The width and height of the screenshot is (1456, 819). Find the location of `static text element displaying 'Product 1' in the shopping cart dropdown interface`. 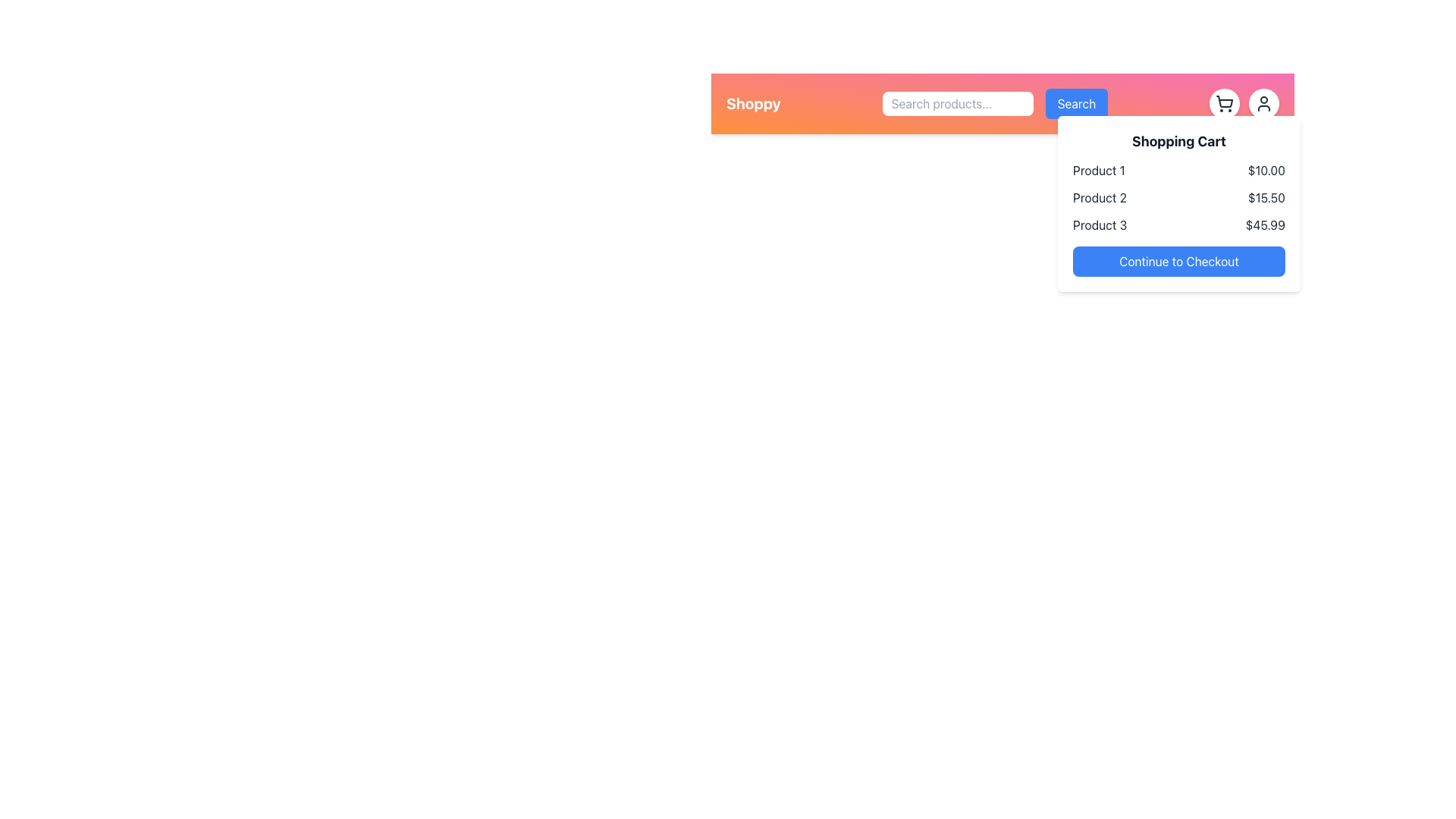

static text element displaying 'Product 1' in the shopping cart dropdown interface is located at coordinates (1099, 170).